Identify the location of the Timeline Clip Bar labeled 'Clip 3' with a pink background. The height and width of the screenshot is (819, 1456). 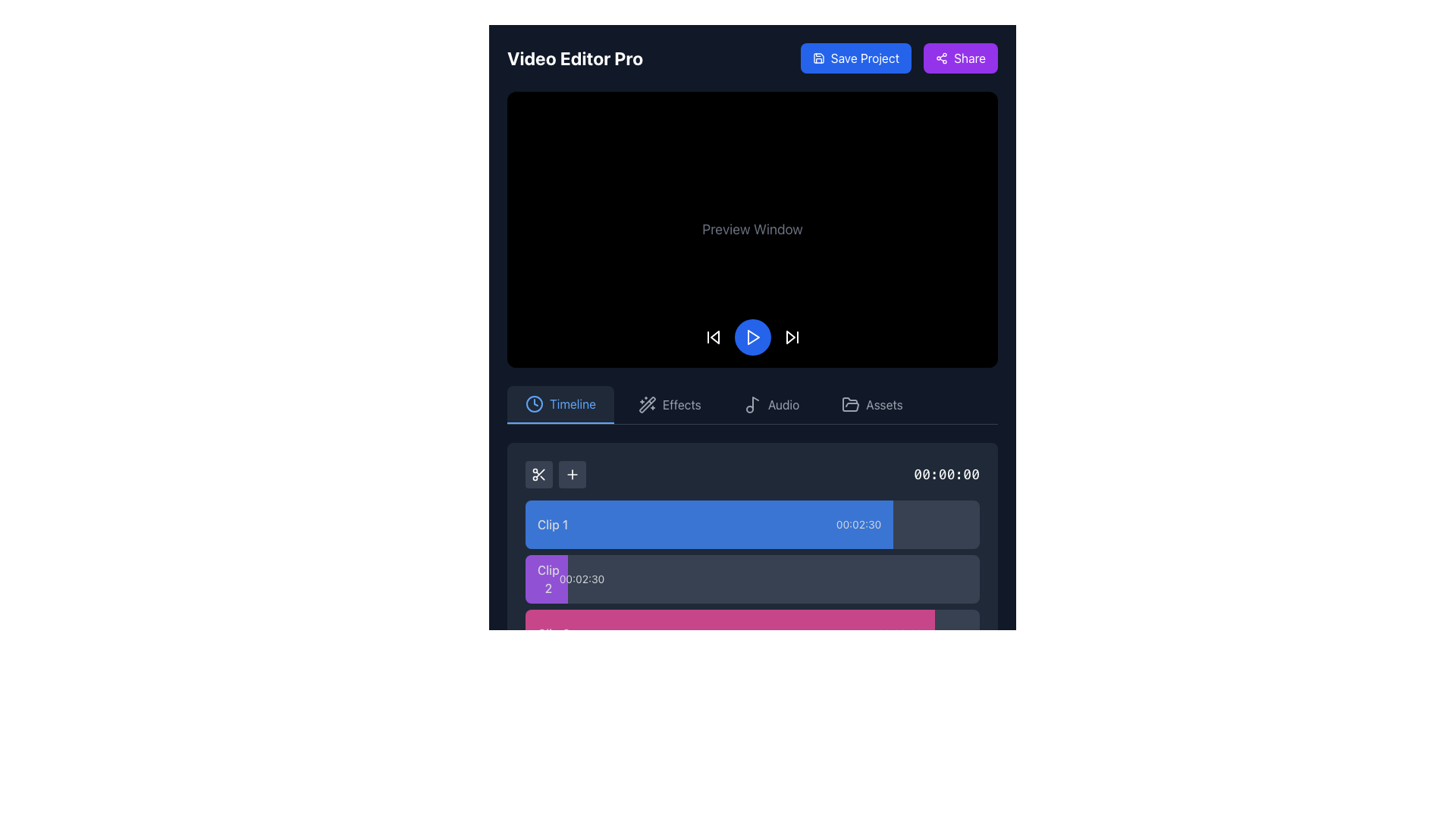
(730, 633).